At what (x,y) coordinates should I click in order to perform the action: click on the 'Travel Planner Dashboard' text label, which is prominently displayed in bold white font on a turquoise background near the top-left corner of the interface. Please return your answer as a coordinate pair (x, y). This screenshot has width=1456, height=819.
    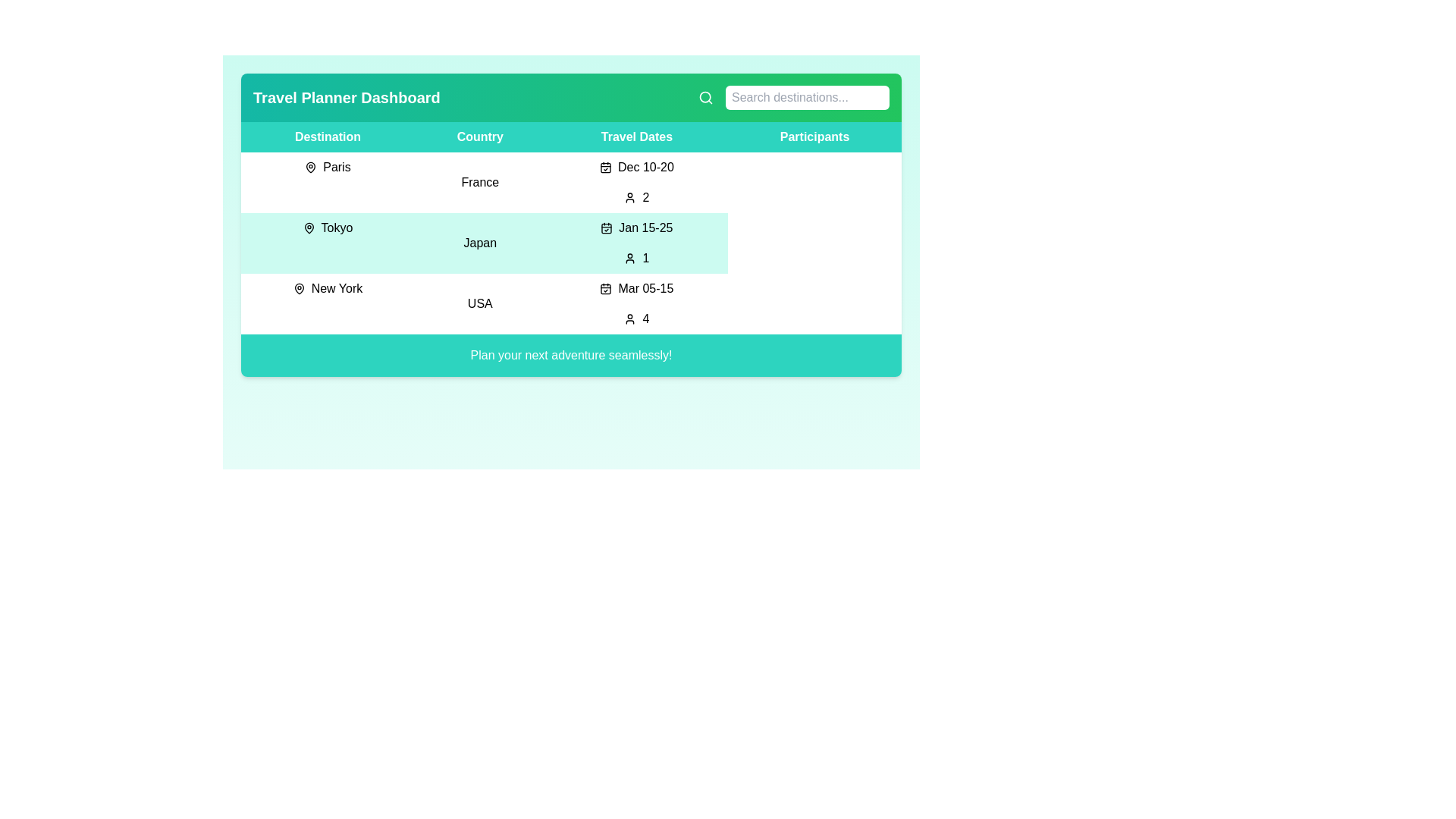
    Looking at the image, I should click on (346, 97).